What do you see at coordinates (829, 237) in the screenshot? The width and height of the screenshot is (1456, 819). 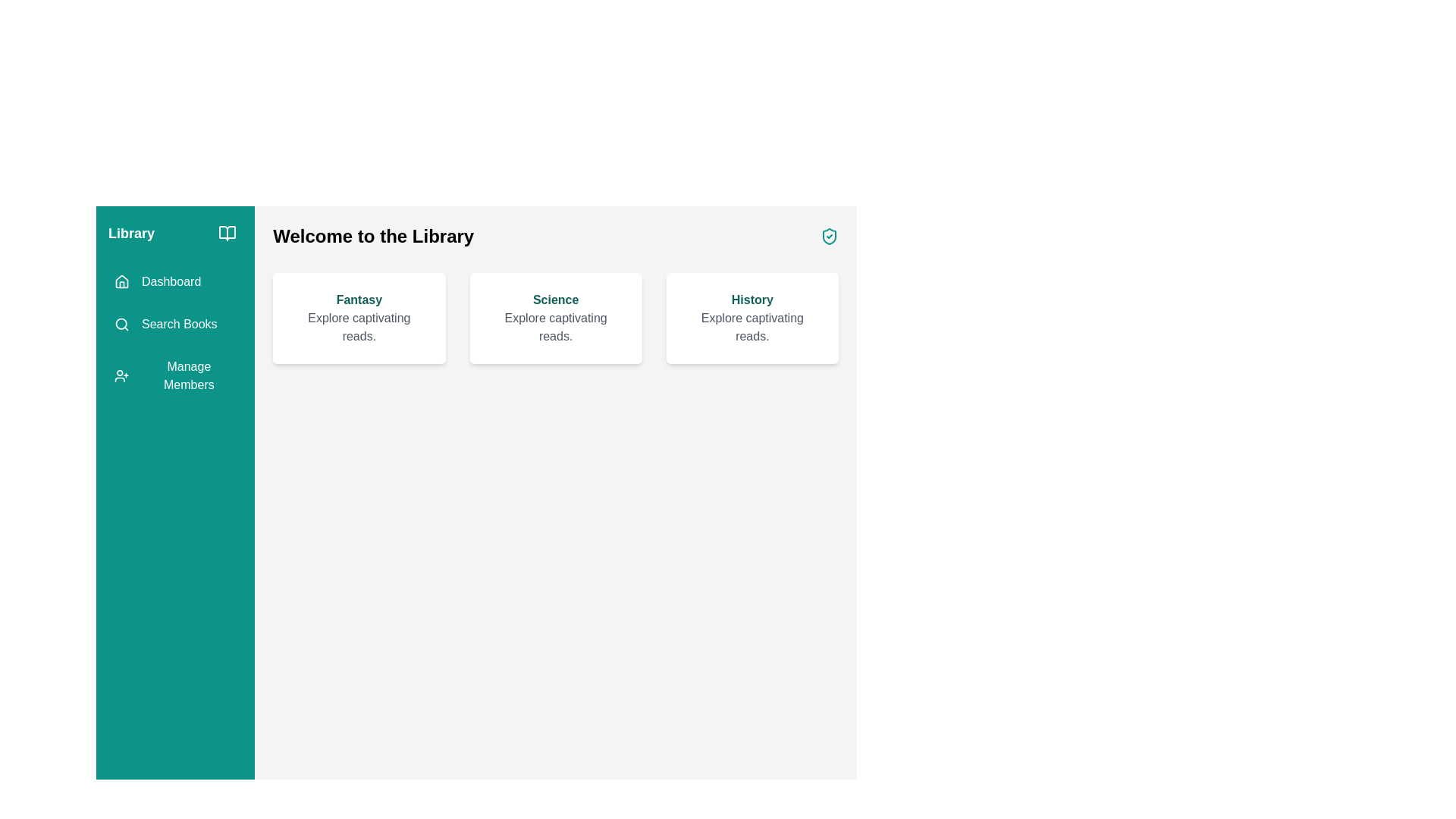 I see `the secure state icon located in the top-right corner of the application interface, which indicates success or security` at bounding box center [829, 237].